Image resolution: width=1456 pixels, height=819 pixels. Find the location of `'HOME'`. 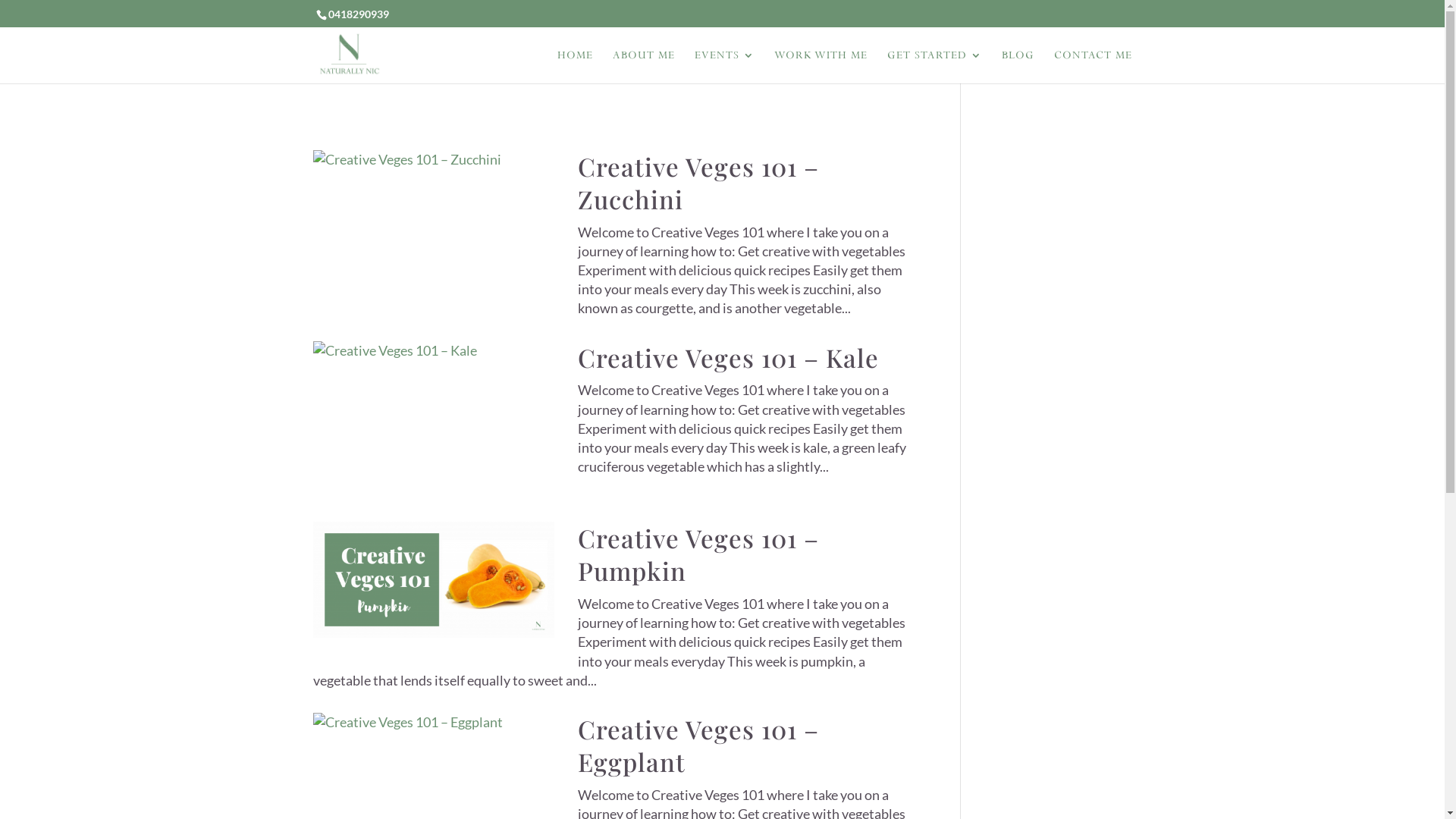

'HOME' is located at coordinates (573, 66).